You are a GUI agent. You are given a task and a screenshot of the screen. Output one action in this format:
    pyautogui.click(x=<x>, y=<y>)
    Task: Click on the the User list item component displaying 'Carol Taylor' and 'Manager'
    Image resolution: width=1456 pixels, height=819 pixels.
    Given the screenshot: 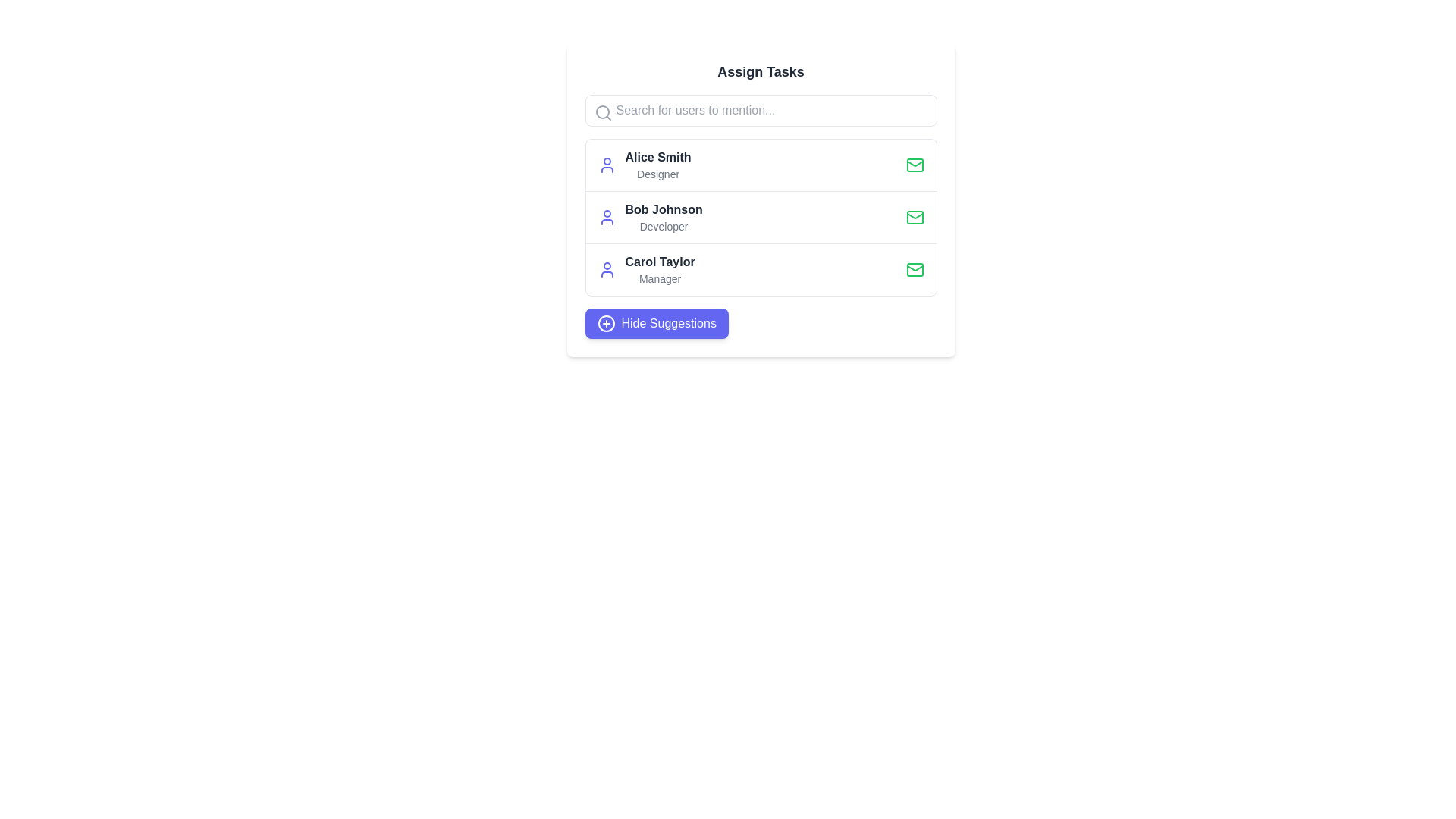 What is the action you would take?
    pyautogui.click(x=761, y=268)
    